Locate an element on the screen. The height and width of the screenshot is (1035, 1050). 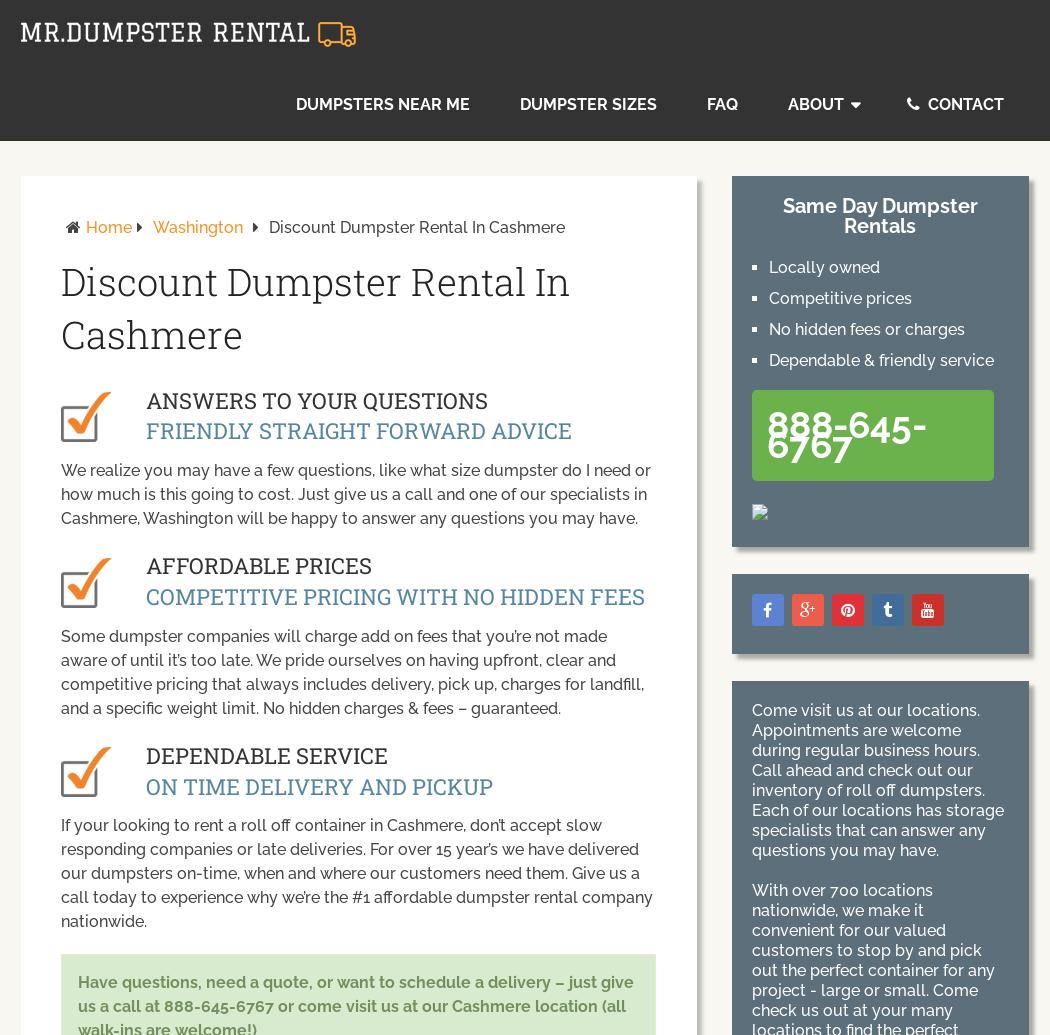
'Same Day Dumpster Rentals' is located at coordinates (878, 216).